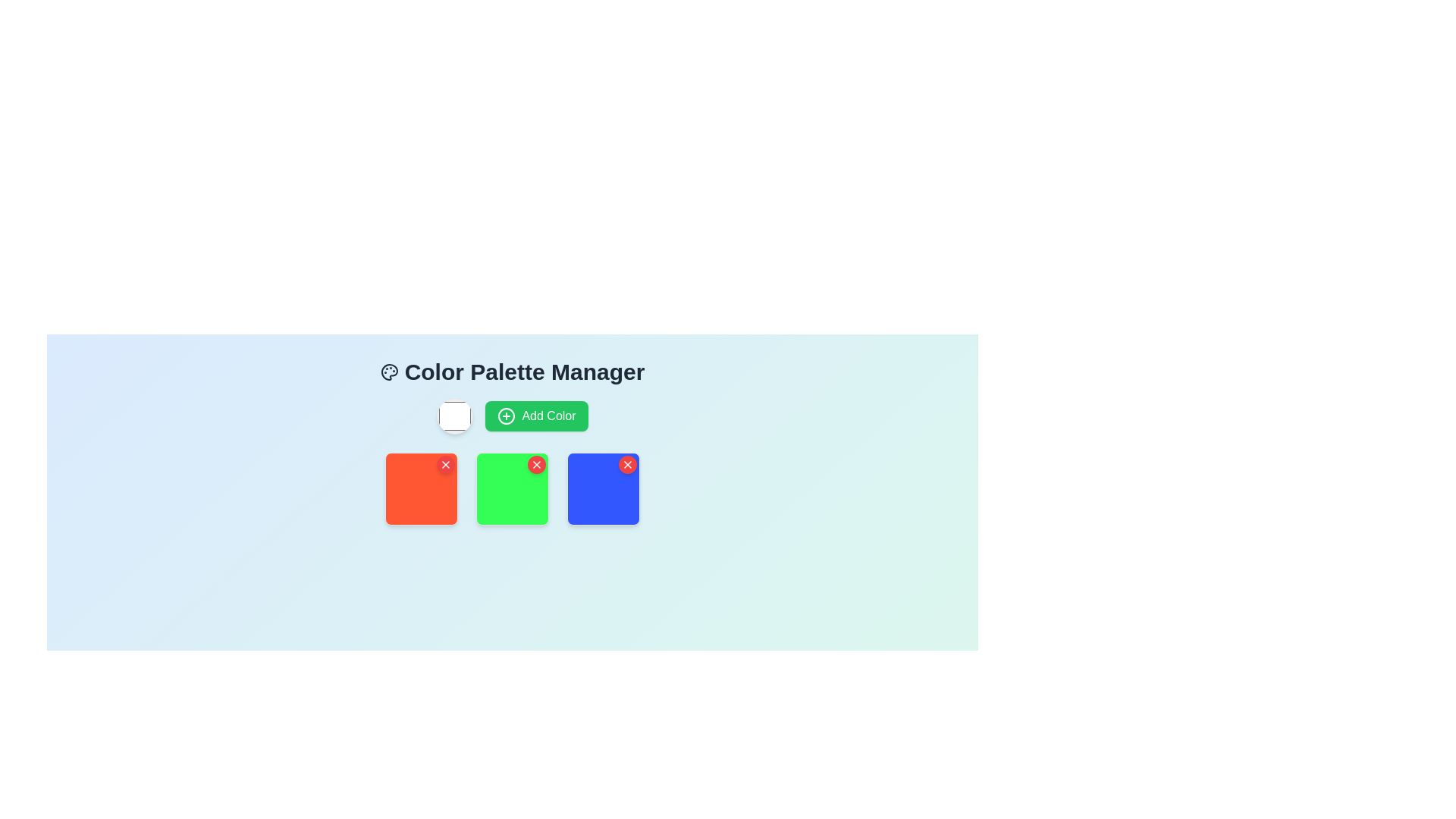 The image size is (1456, 819). I want to click on the circular red button located at the top-right corner of the blue card in the 'Color Palette Manager', so click(628, 464).